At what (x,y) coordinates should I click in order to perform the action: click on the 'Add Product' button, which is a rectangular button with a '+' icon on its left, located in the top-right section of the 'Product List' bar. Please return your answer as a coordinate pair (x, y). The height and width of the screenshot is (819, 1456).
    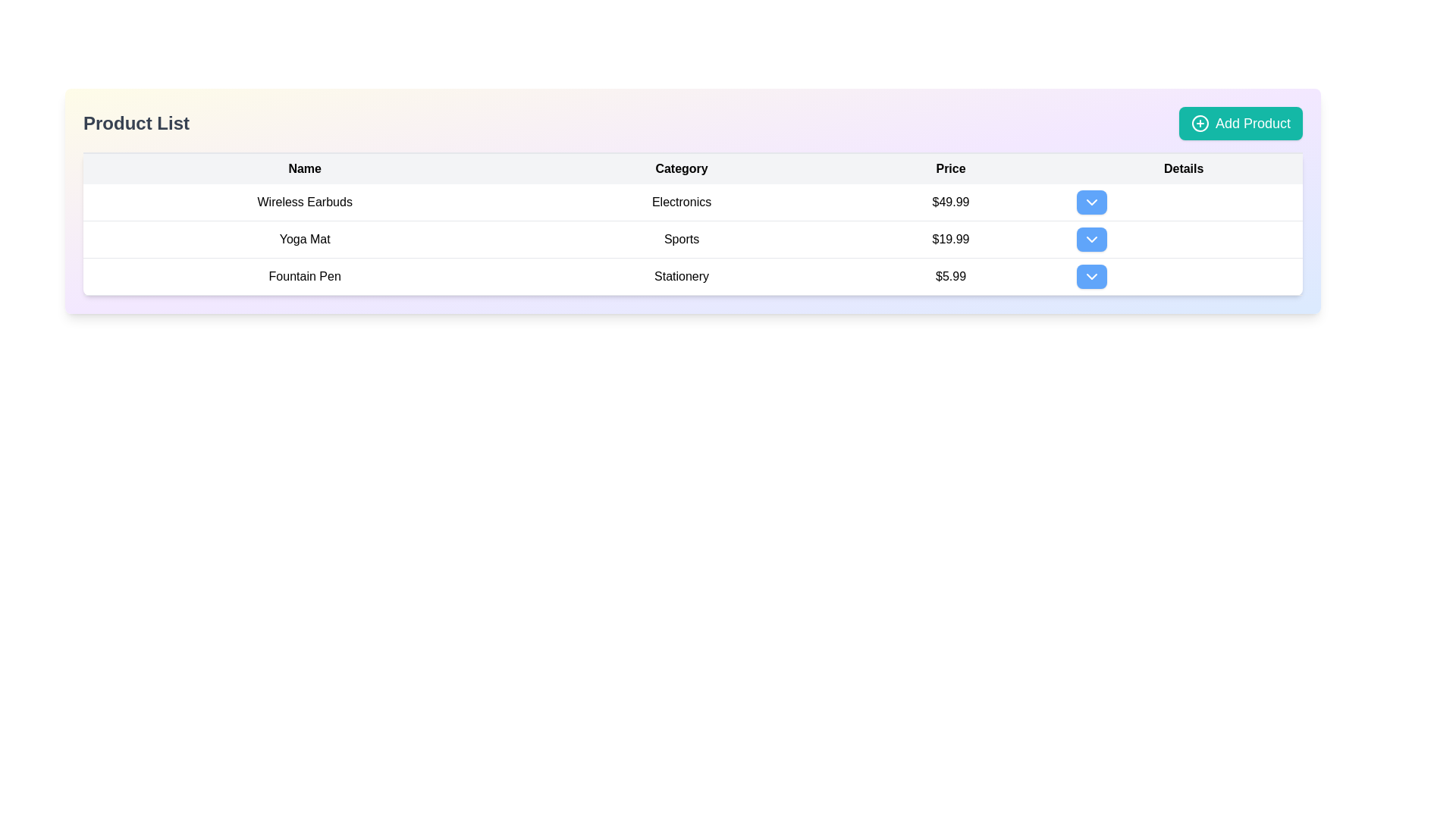
    Looking at the image, I should click on (1241, 122).